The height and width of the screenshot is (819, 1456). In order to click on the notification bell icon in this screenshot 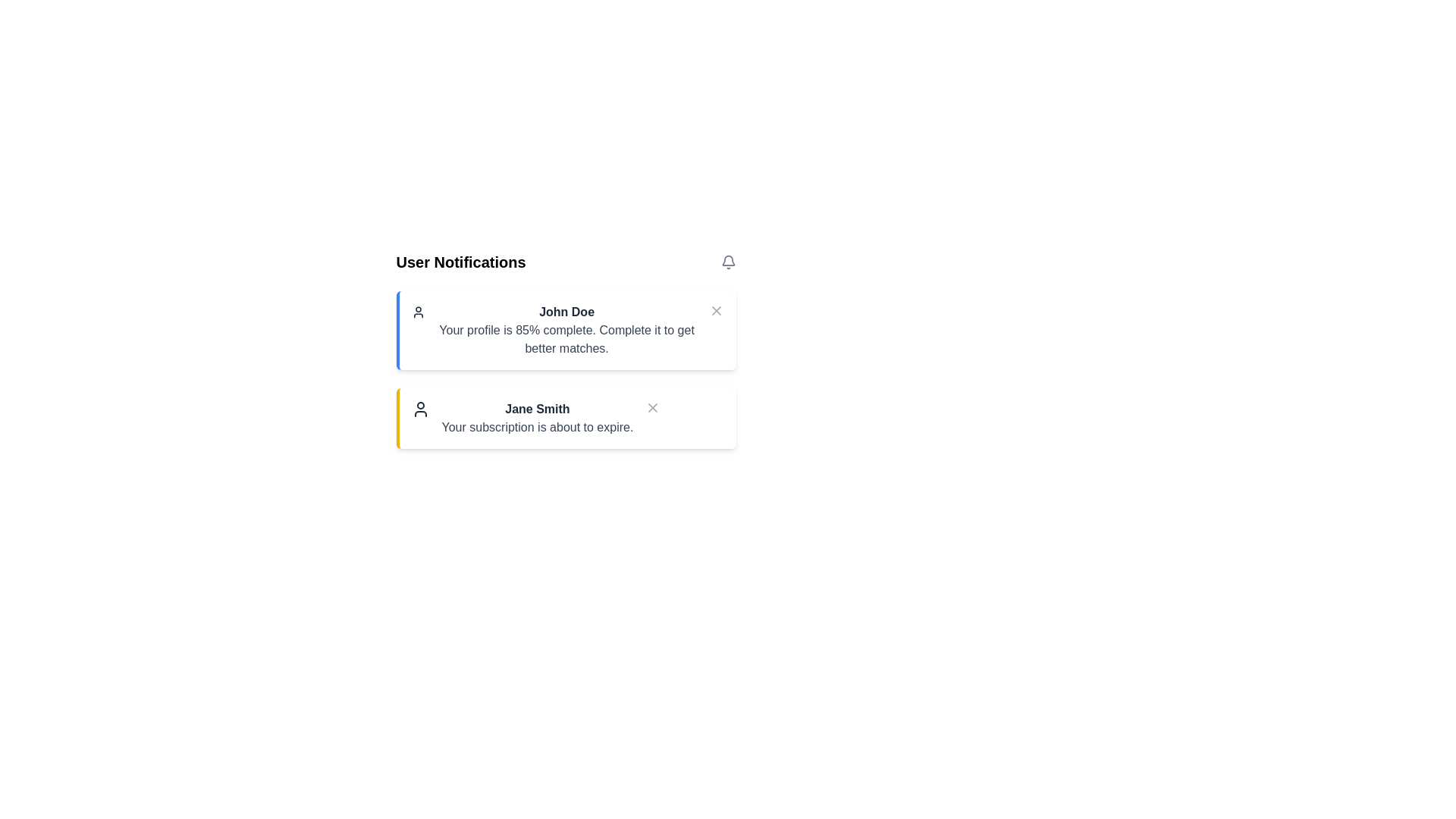, I will do `click(728, 262)`.